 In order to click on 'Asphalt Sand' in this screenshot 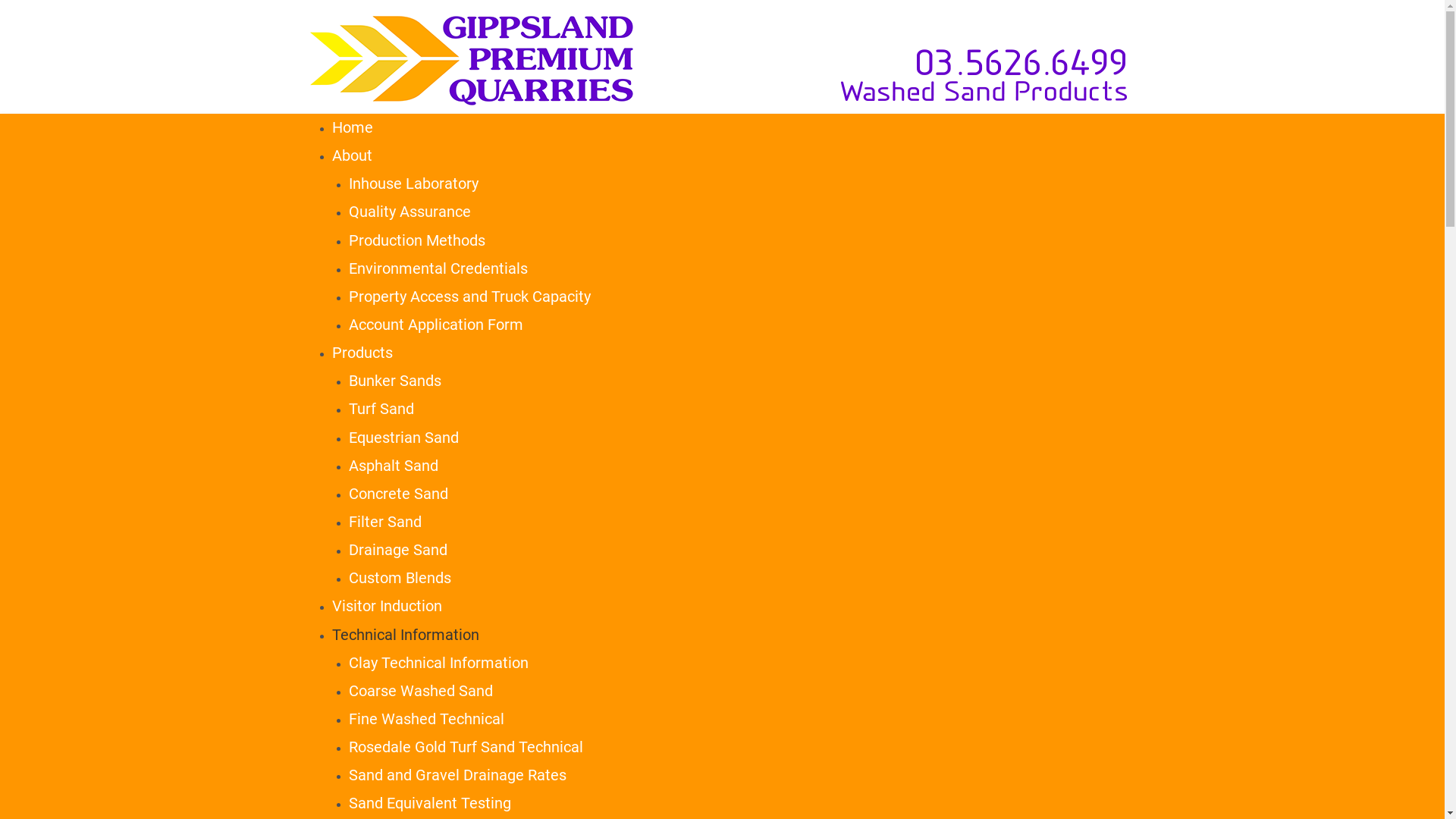, I will do `click(393, 464)`.